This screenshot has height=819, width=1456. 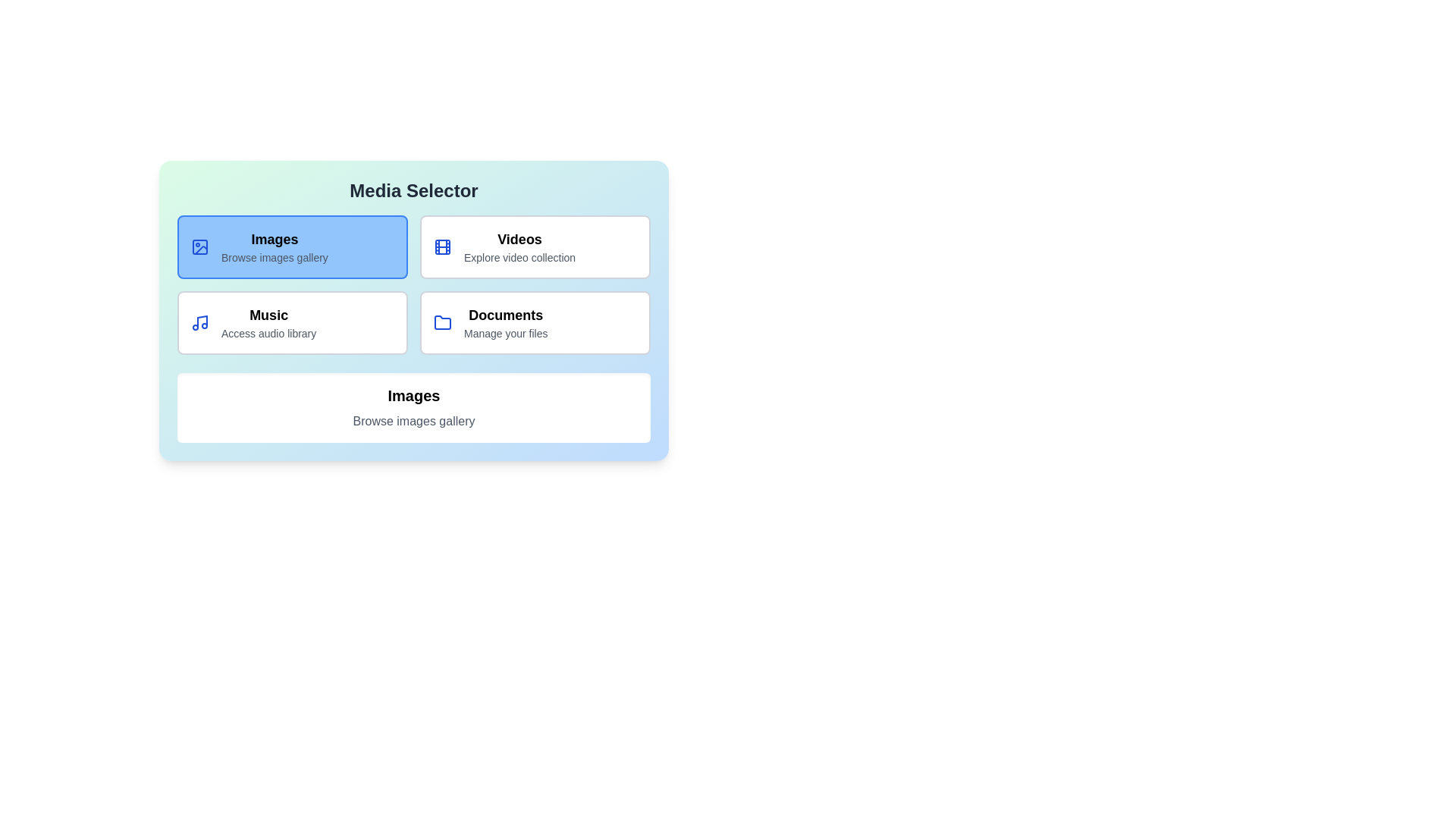 I want to click on the media card corresponding to Images, so click(x=292, y=246).